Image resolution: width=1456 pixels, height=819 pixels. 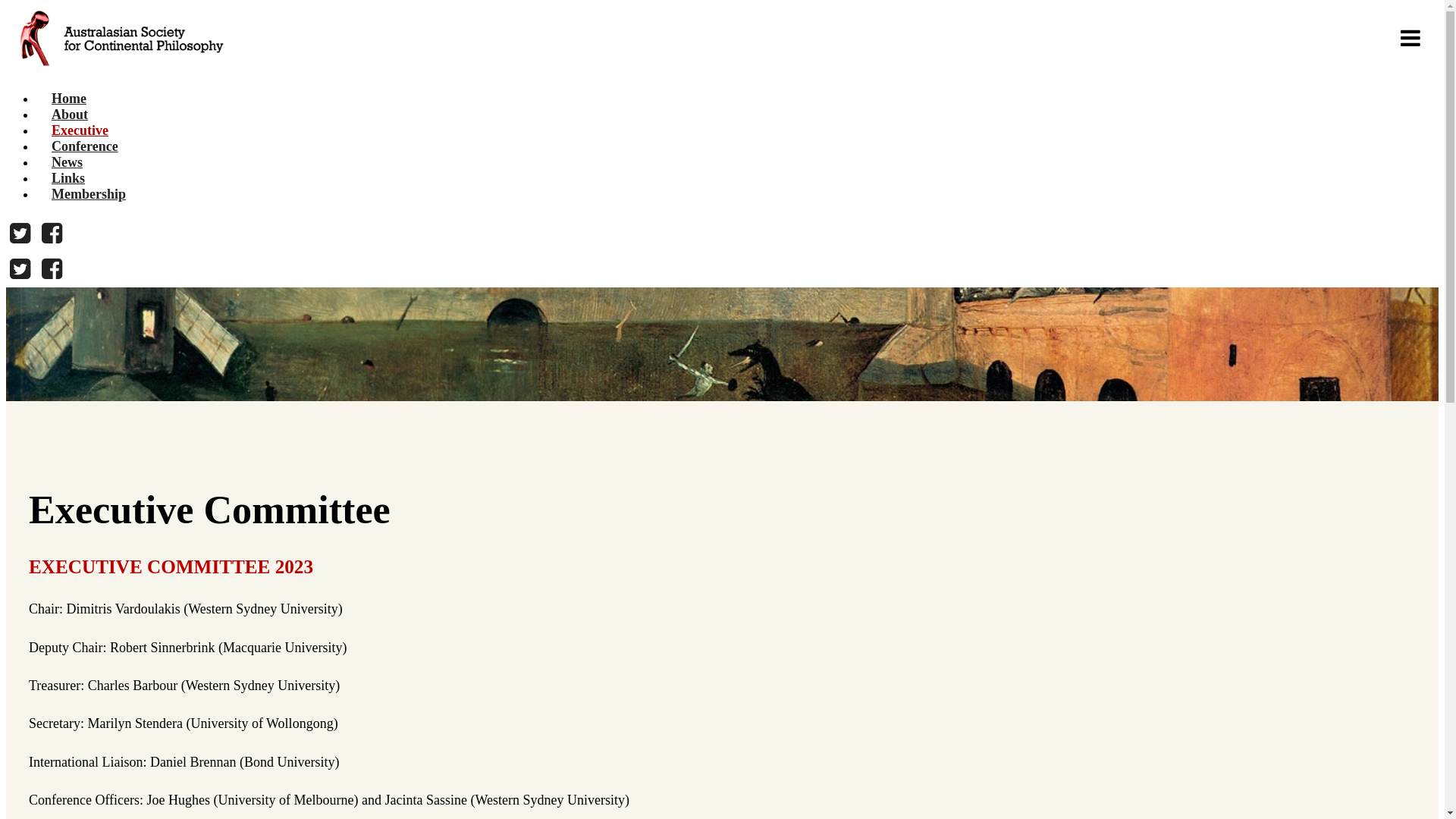 I want to click on 'Executive', so click(x=79, y=130).